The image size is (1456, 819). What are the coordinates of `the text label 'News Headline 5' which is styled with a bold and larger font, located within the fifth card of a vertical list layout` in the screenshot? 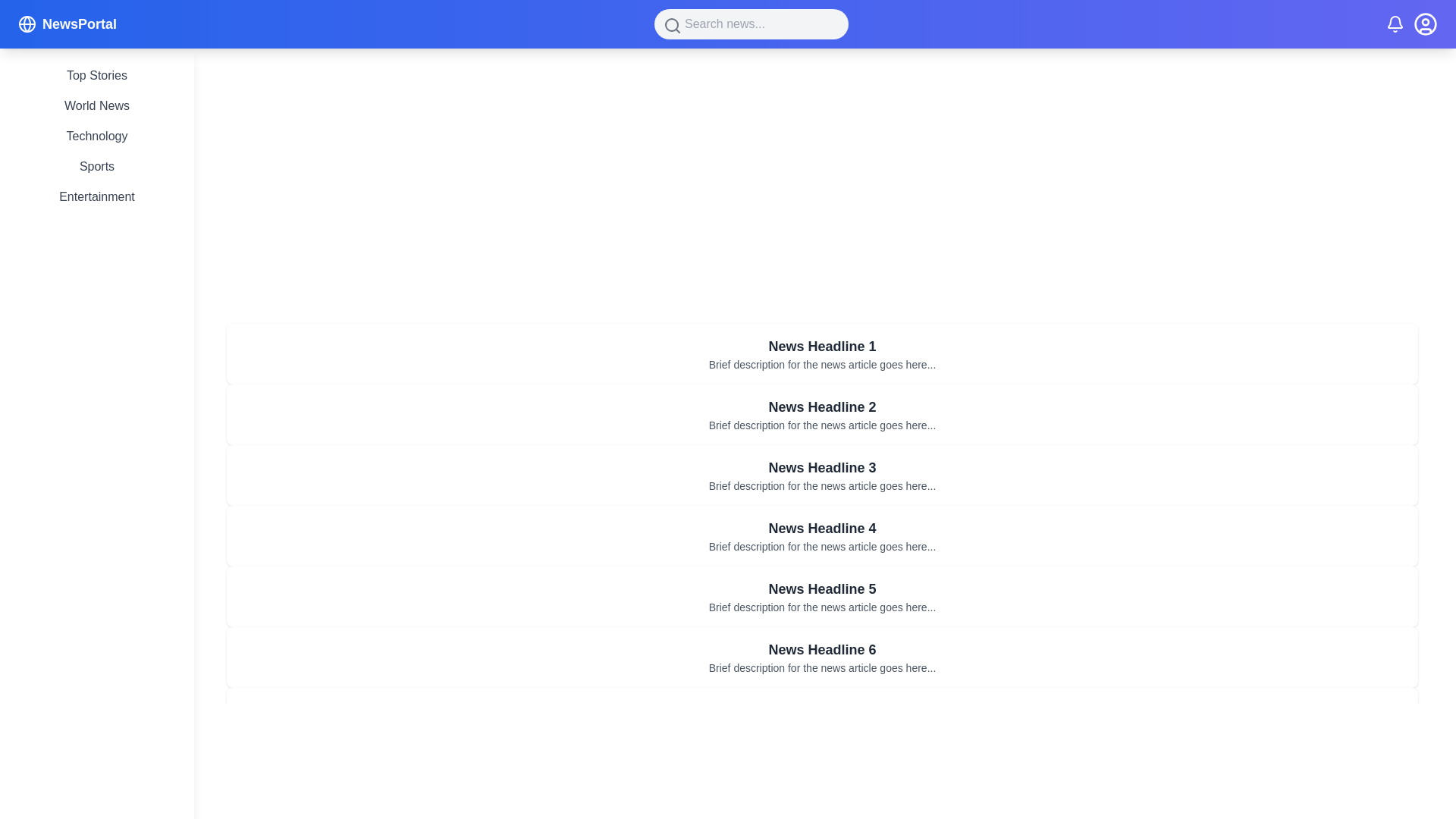 It's located at (821, 588).